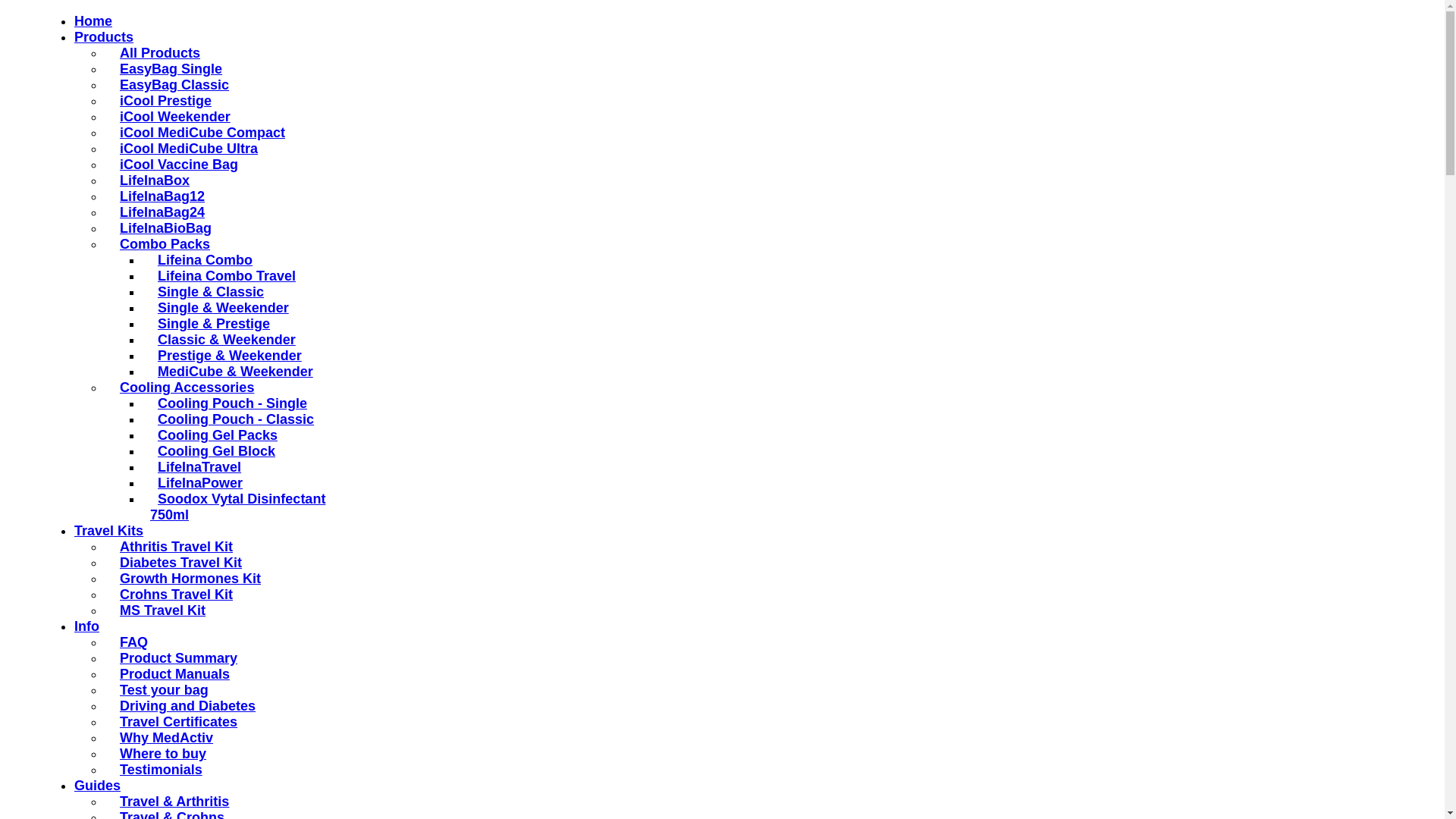  What do you see at coordinates (111, 642) in the screenshot?
I see `'FAQ'` at bounding box center [111, 642].